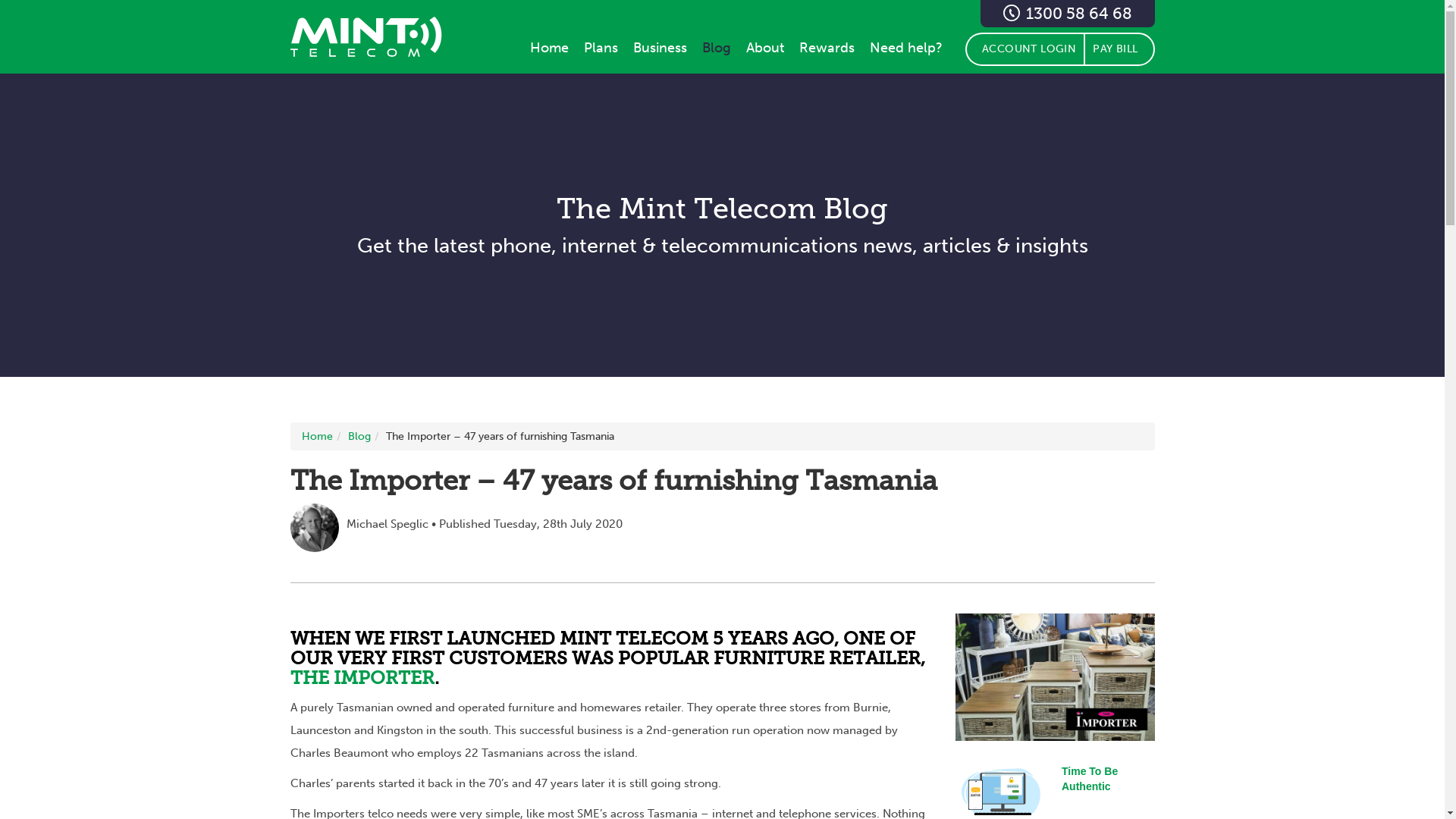 This screenshot has height=819, width=1456. Describe the element at coordinates (316, 436) in the screenshot. I see `'Home'` at that location.